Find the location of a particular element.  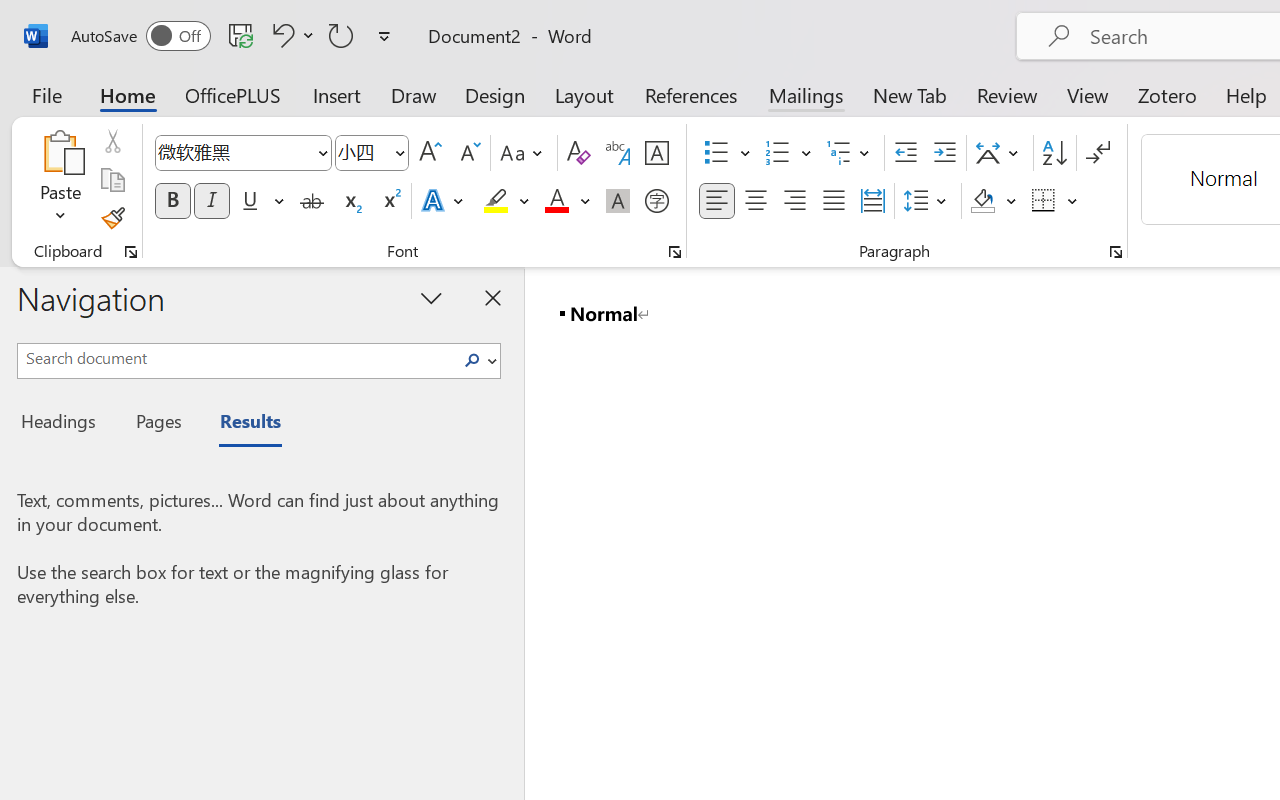

'Show/Hide Editing Marks' is located at coordinates (1097, 153).